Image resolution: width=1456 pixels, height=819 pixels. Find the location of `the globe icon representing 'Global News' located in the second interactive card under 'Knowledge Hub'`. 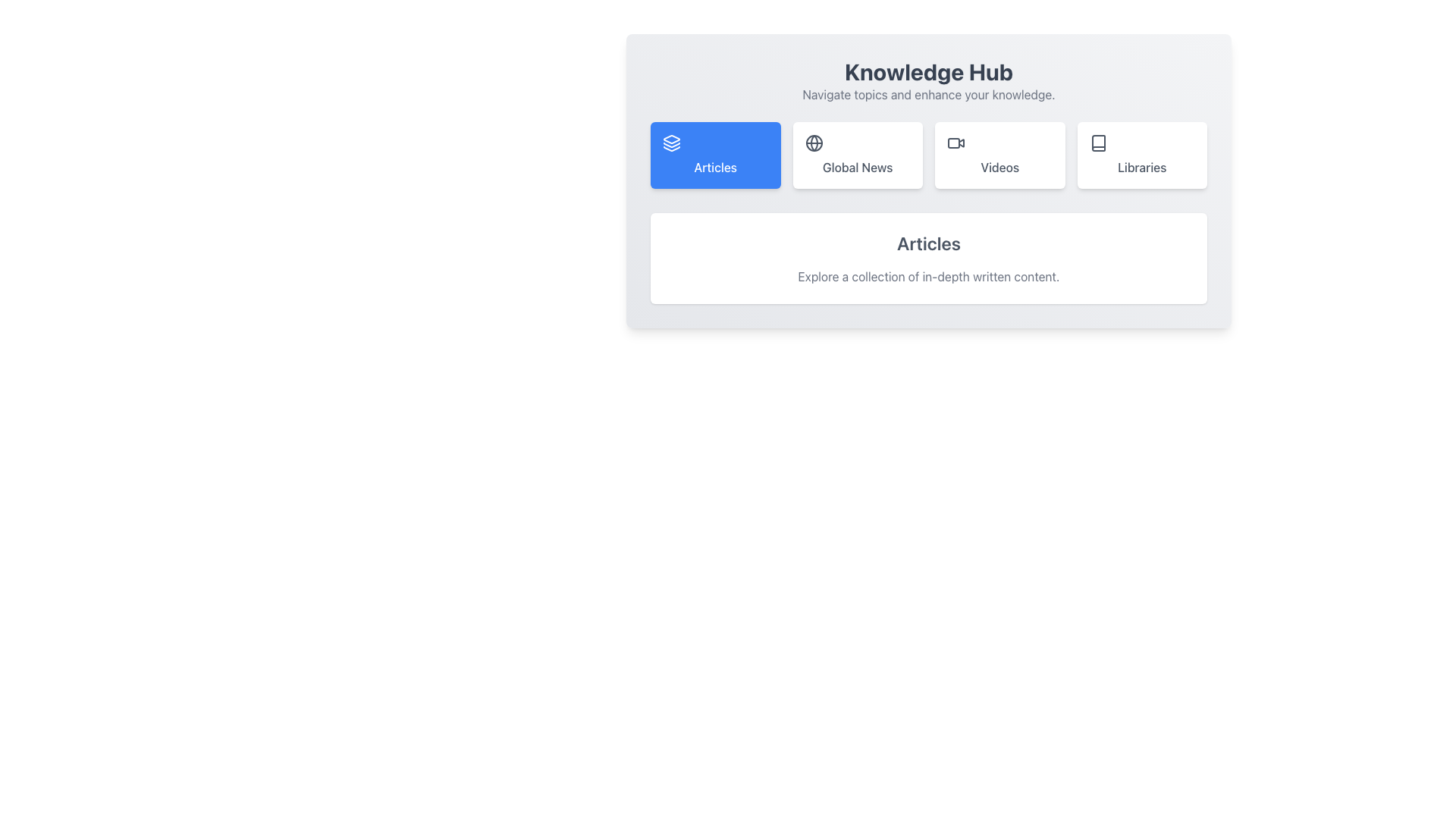

the globe icon representing 'Global News' located in the second interactive card under 'Knowledge Hub' is located at coordinates (813, 143).